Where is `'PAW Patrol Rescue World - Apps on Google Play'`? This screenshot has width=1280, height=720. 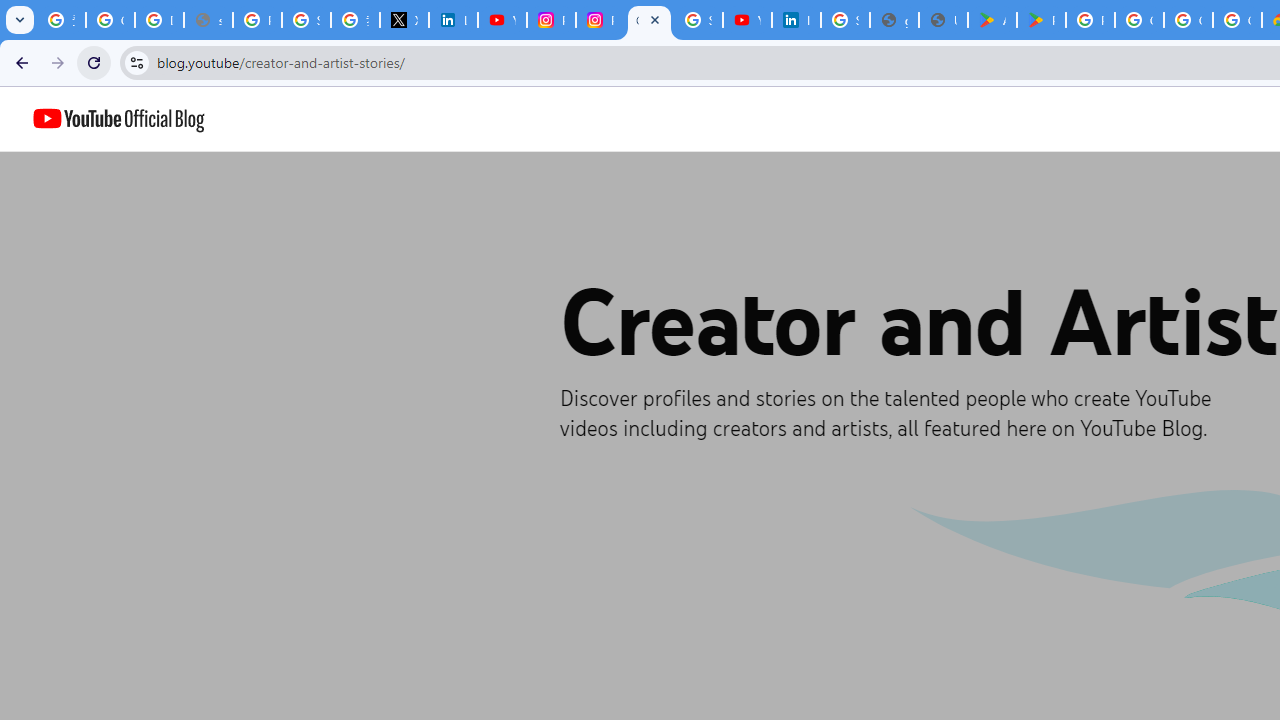 'PAW Patrol Rescue World - Apps on Google Play' is located at coordinates (1040, 20).